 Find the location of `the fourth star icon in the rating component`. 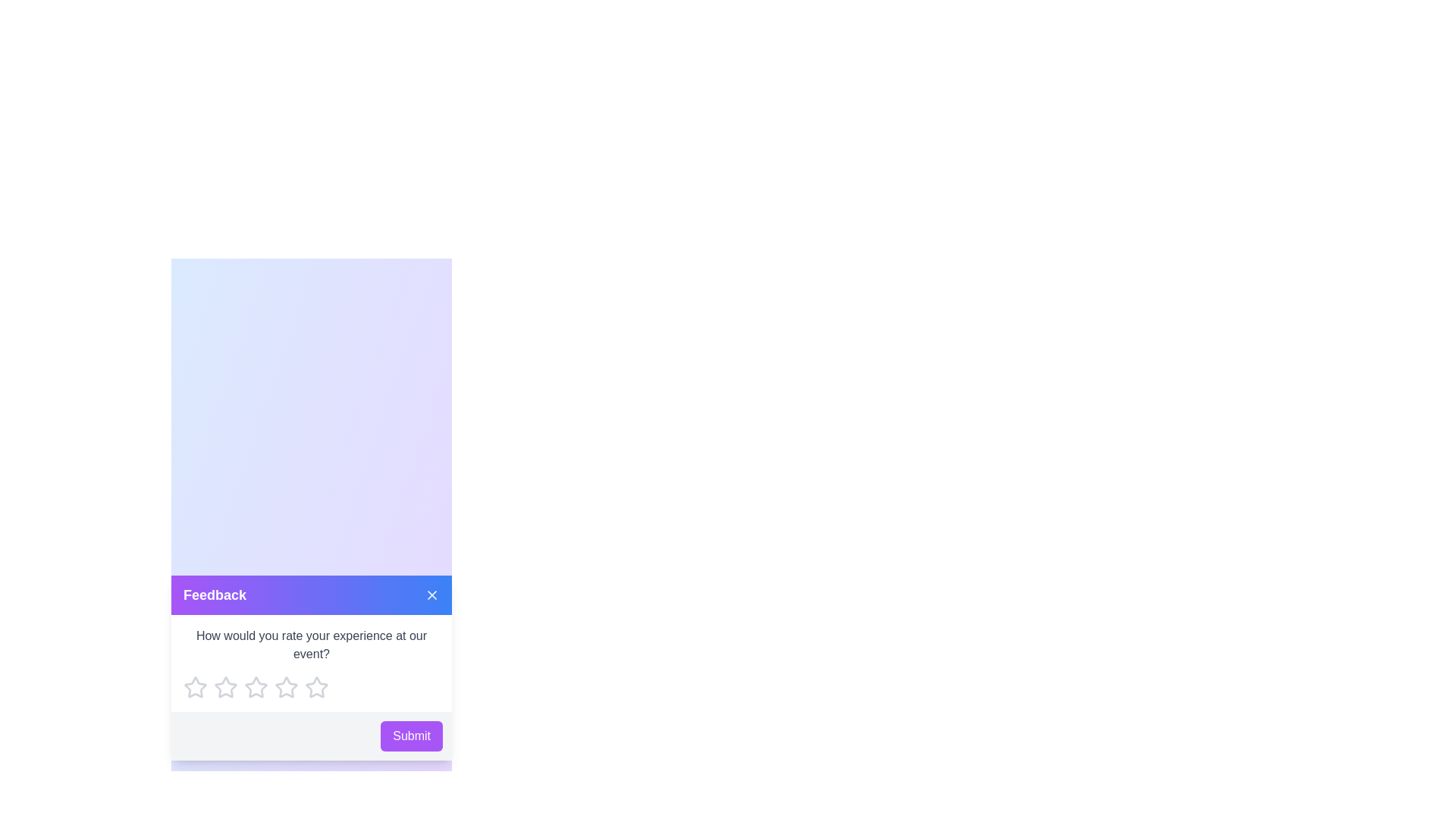

the fourth star icon in the rating component is located at coordinates (311, 687).